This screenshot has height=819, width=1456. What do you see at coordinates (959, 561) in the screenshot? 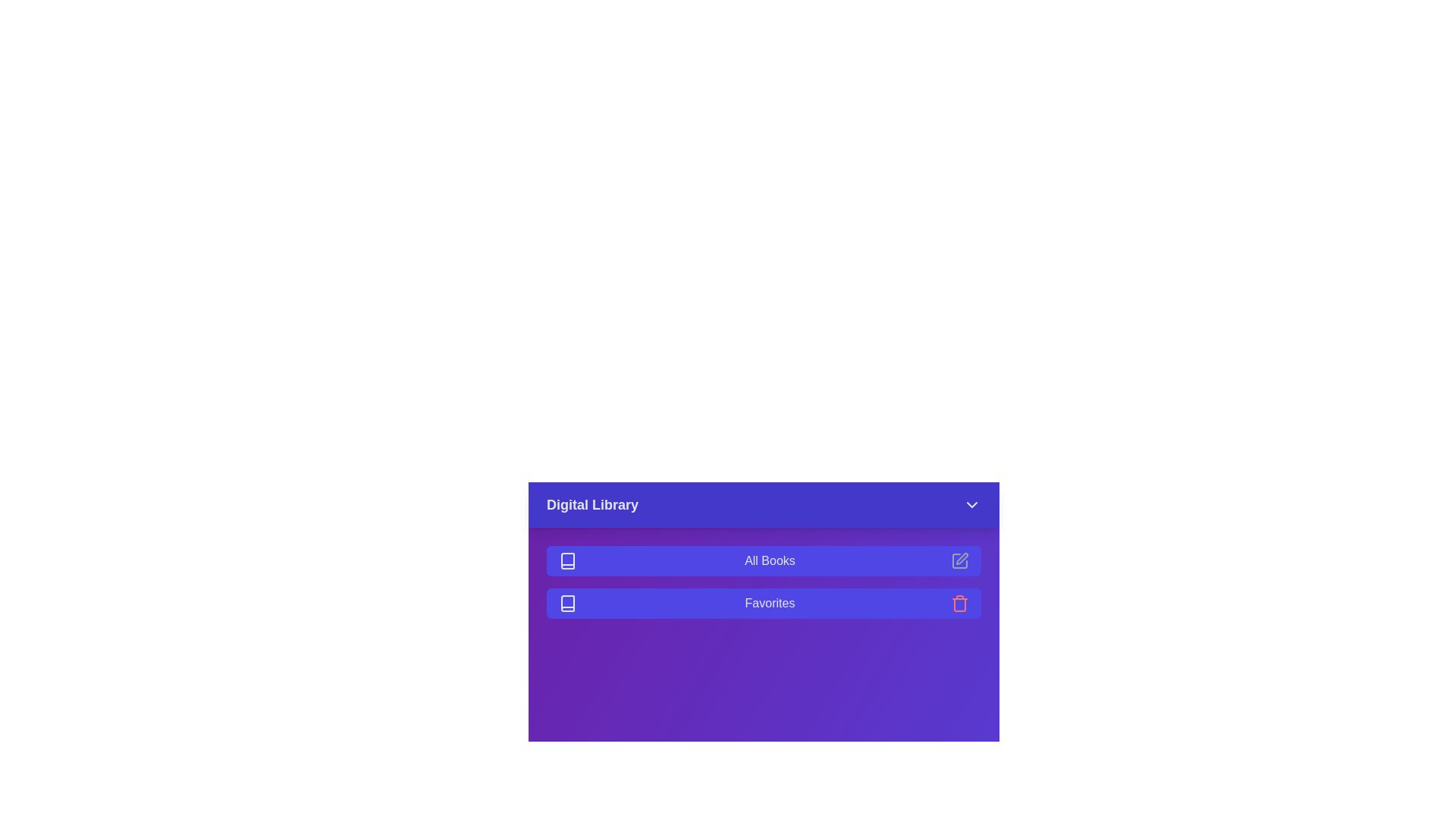
I see `the edit icon next to 'All Books' to perform an edit action` at bounding box center [959, 561].